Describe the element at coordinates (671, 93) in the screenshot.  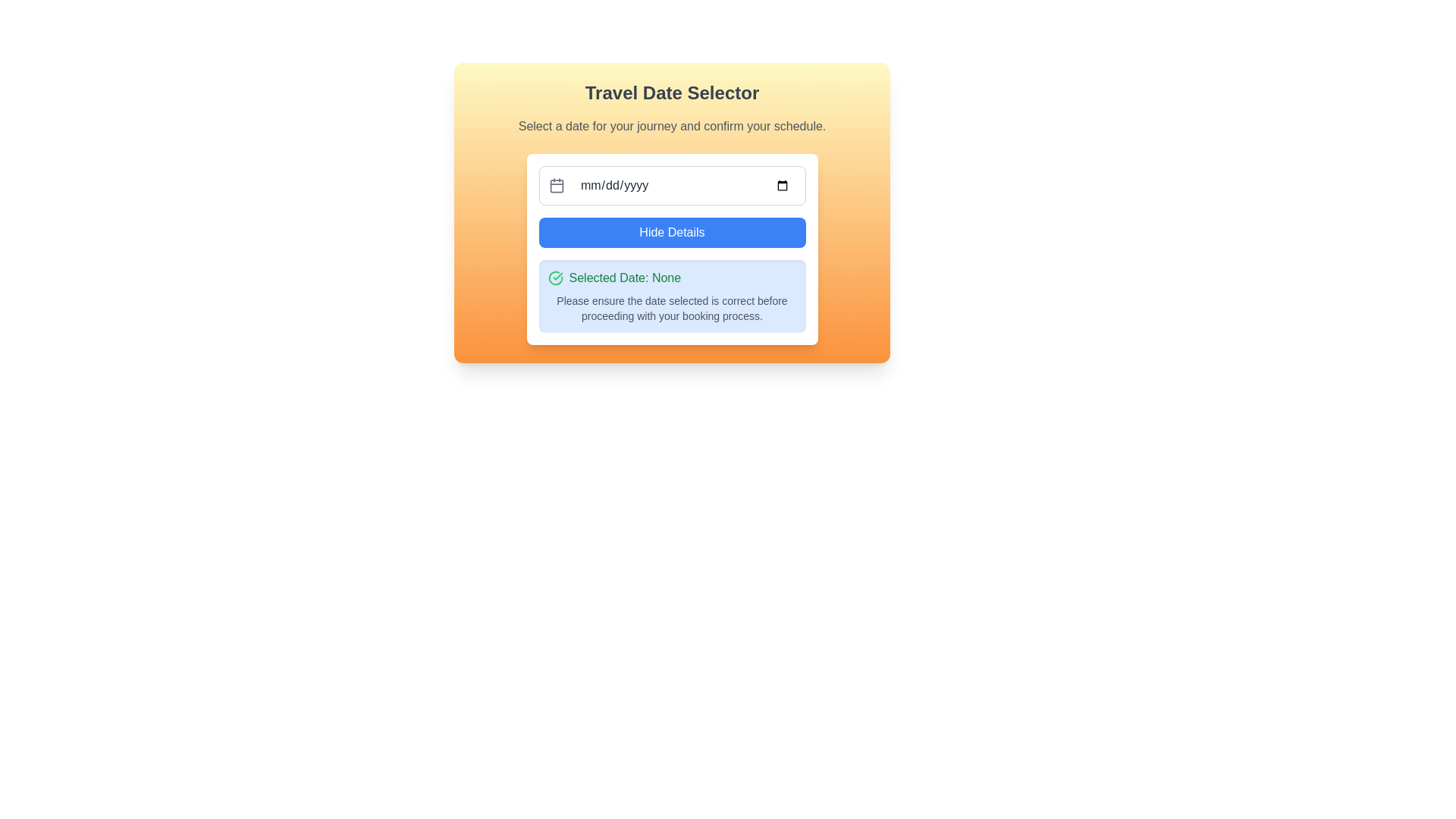
I see `the prominent gray bold text label located at the top center of the panel with a gradient background transitioning from yellow to orange` at that location.